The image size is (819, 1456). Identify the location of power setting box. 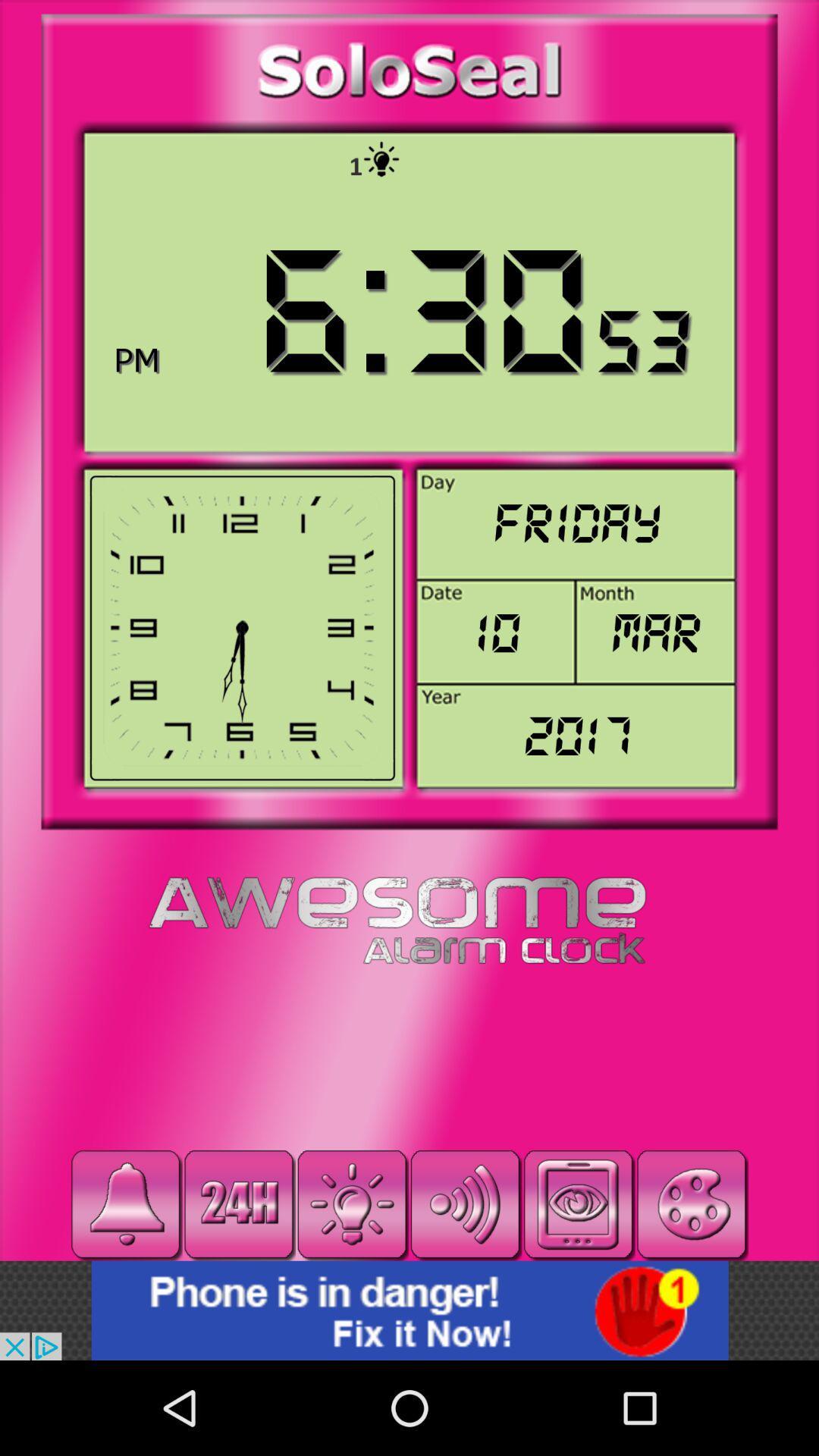
(352, 1203).